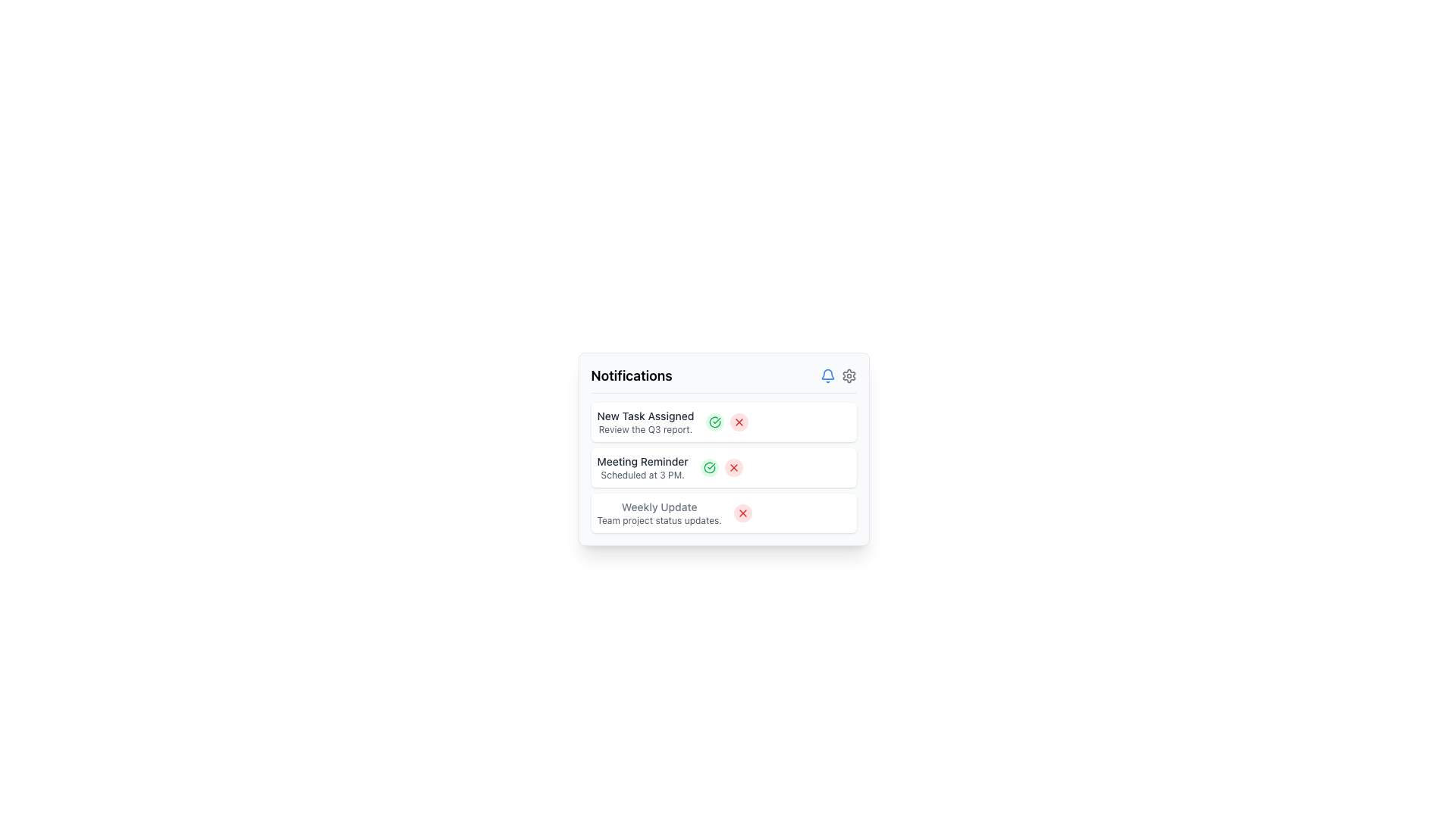  What do you see at coordinates (739, 422) in the screenshot?
I see `the delete button located to the right of the green checkmark button` at bounding box center [739, 422].